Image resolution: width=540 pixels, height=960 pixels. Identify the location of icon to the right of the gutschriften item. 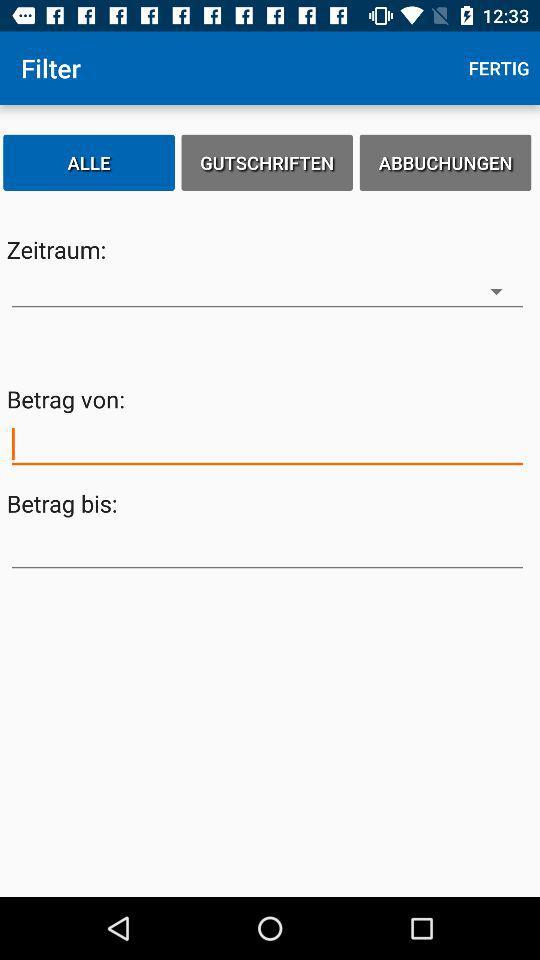
(445, 161).